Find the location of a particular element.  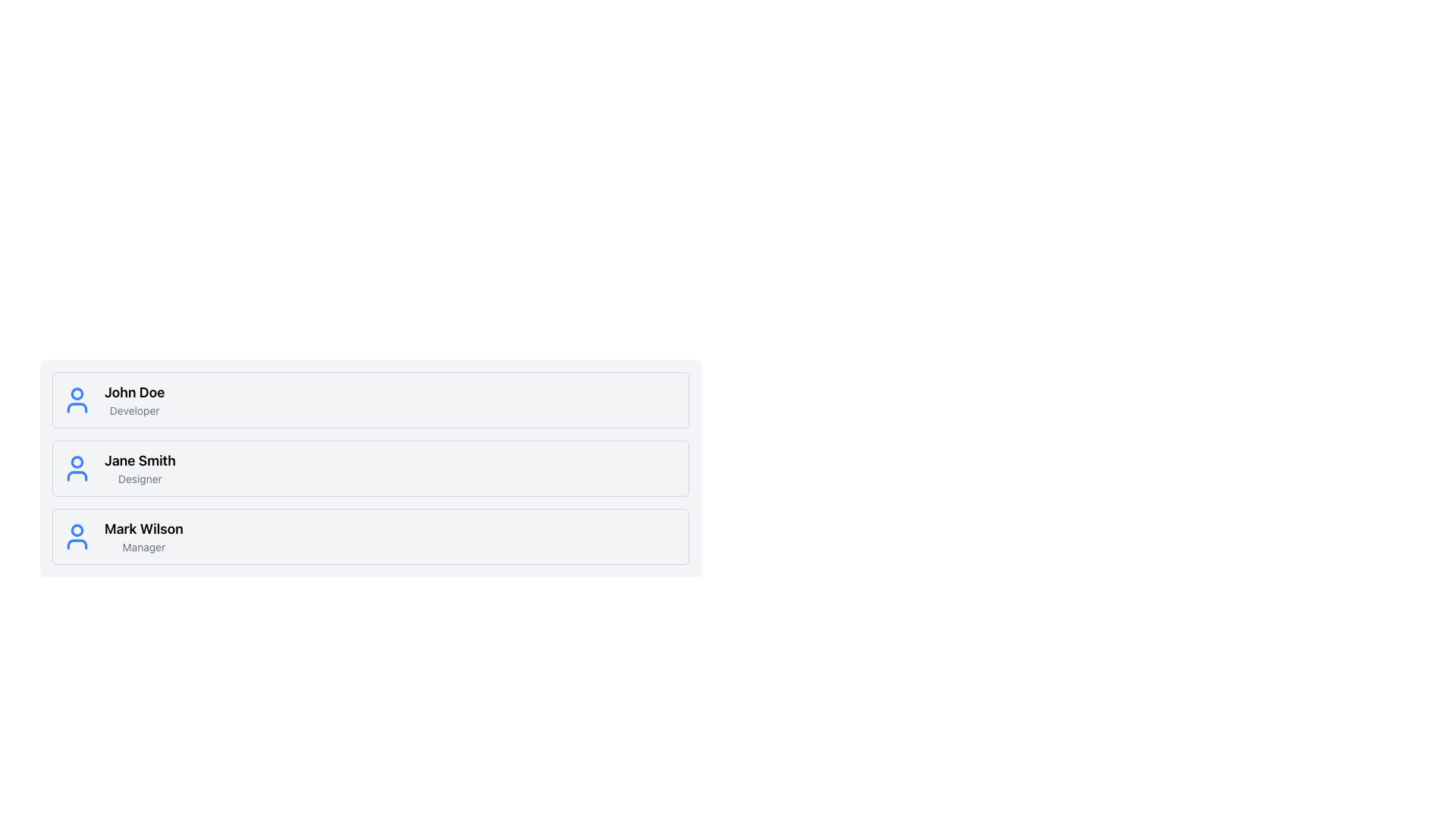

the SVG circle element that represents Jane Smith's user profile in the user icon layout is located at coordinates (76, 461).